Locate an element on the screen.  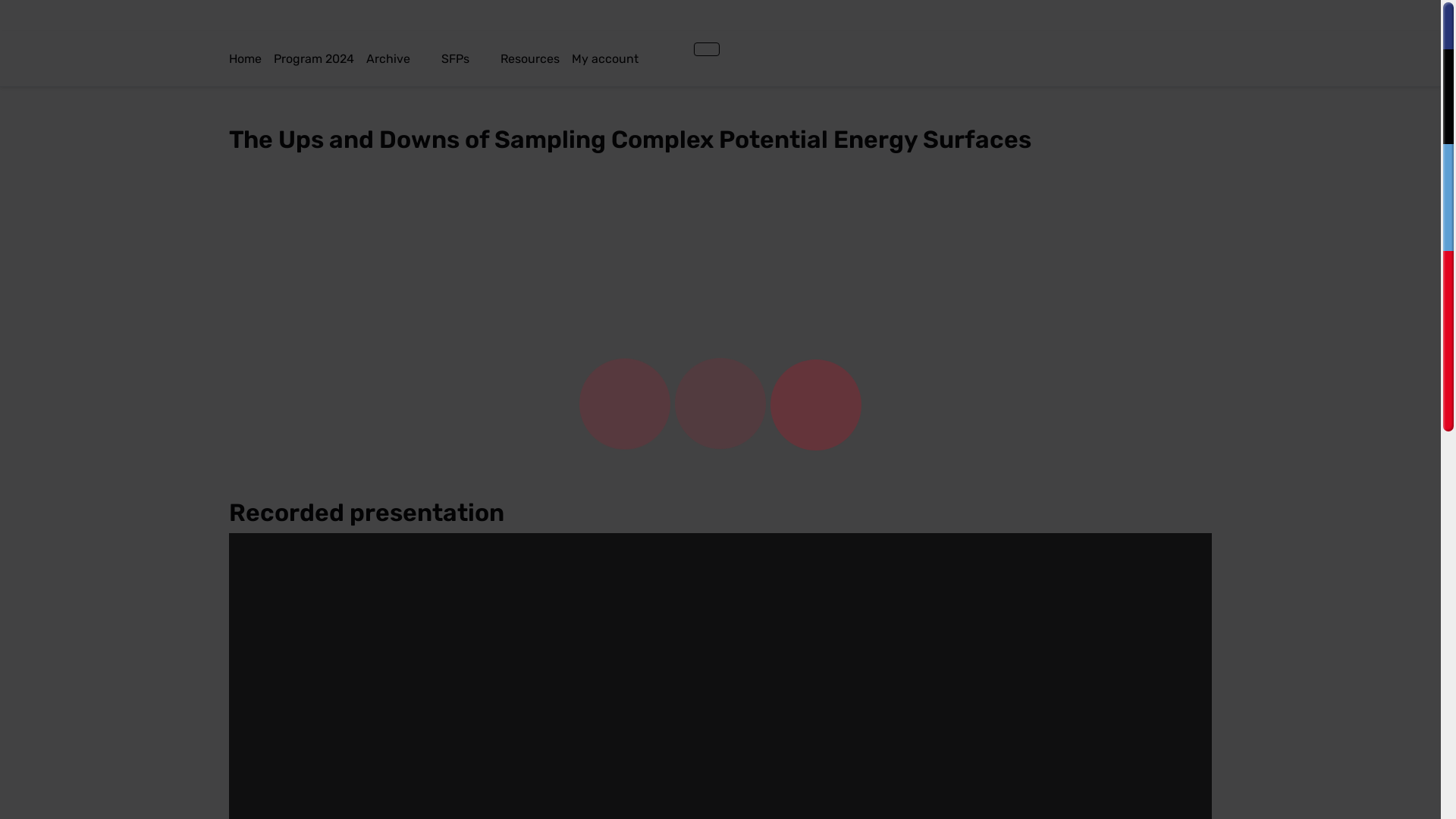
'My account' is located at coordinates (620, 58).